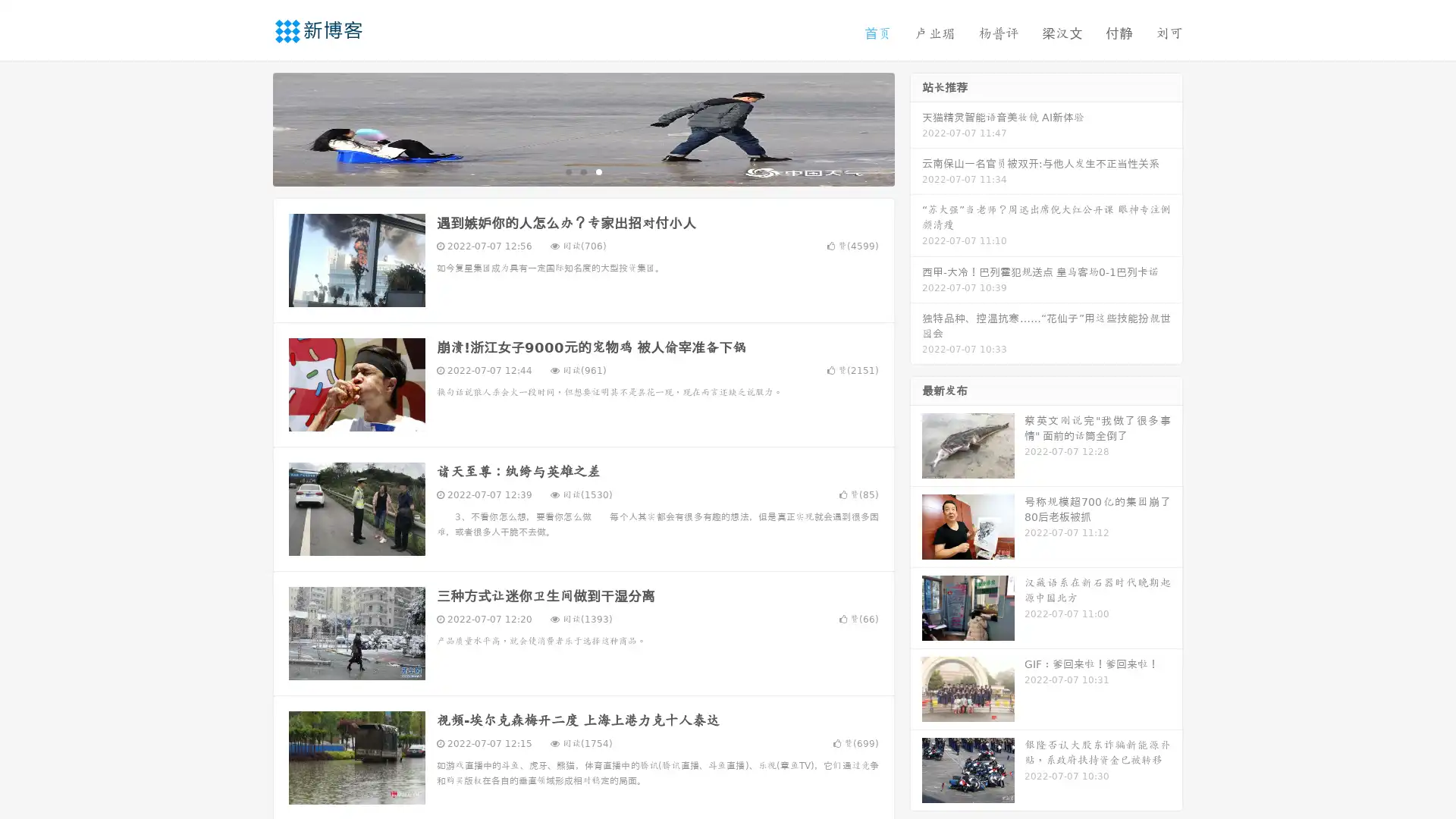 Image resolution: width=1456 pixels, height=819 pixels. What do you see at coordinates (250, 127) in the screenshot?
I see `Previous slide` at bounding box center [250, 127].